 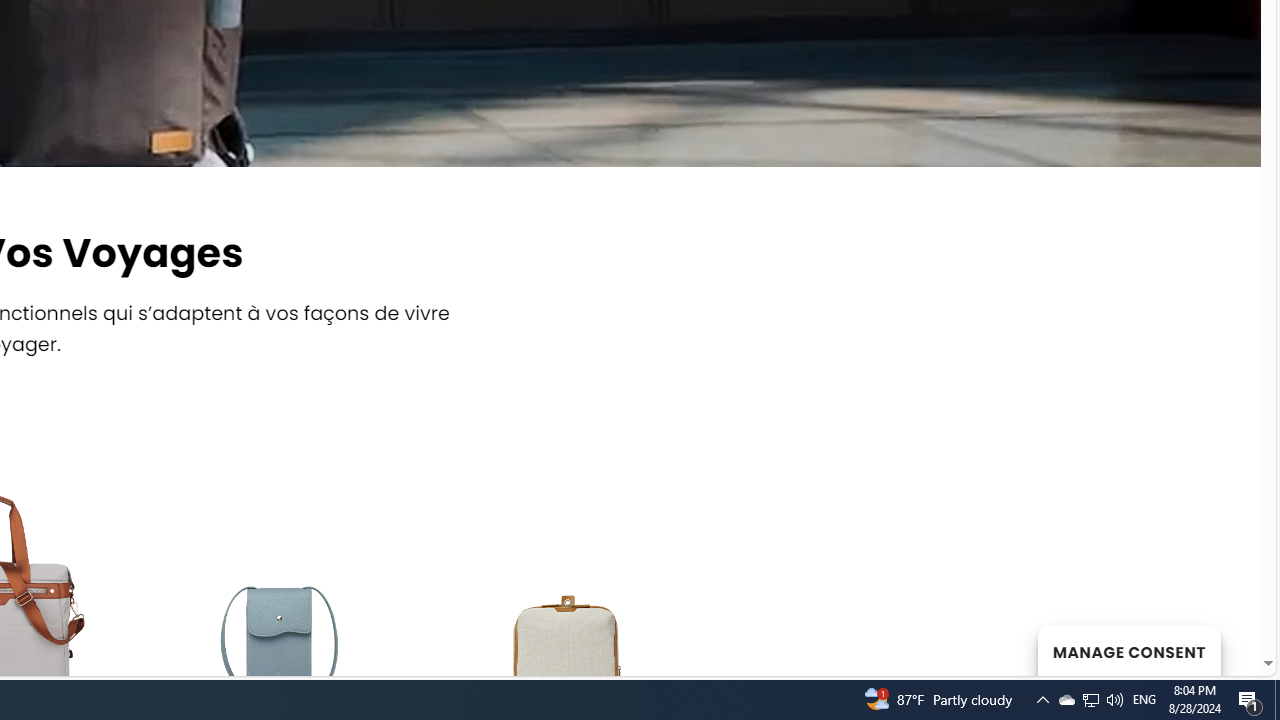 I want to click on 'MANAGE CONSENT', so click(x=1128, y=650).